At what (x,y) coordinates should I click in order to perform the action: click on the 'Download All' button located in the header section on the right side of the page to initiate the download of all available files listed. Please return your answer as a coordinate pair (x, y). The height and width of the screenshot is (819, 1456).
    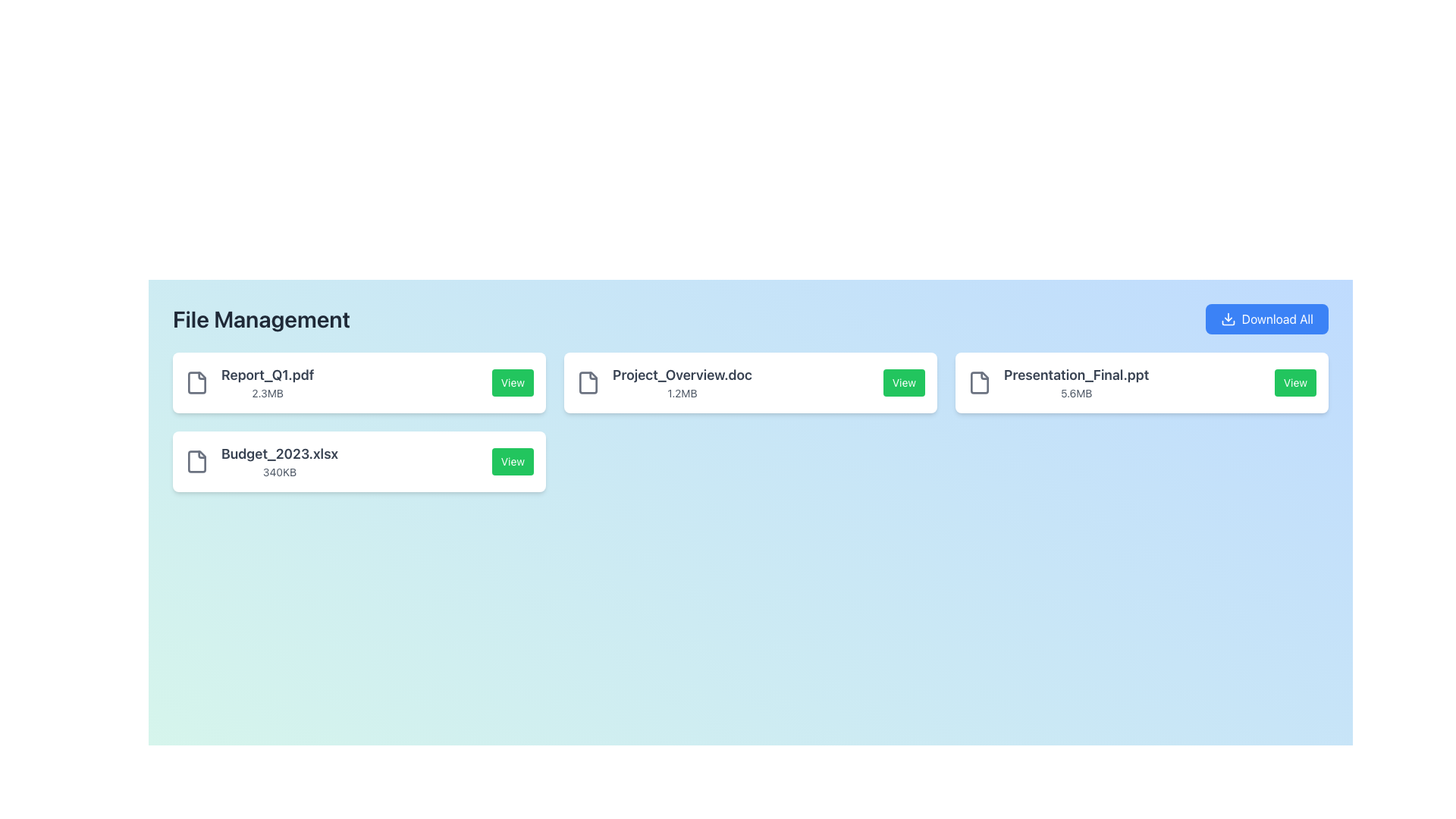
    Looking at the image, I should click on (1266, 318).